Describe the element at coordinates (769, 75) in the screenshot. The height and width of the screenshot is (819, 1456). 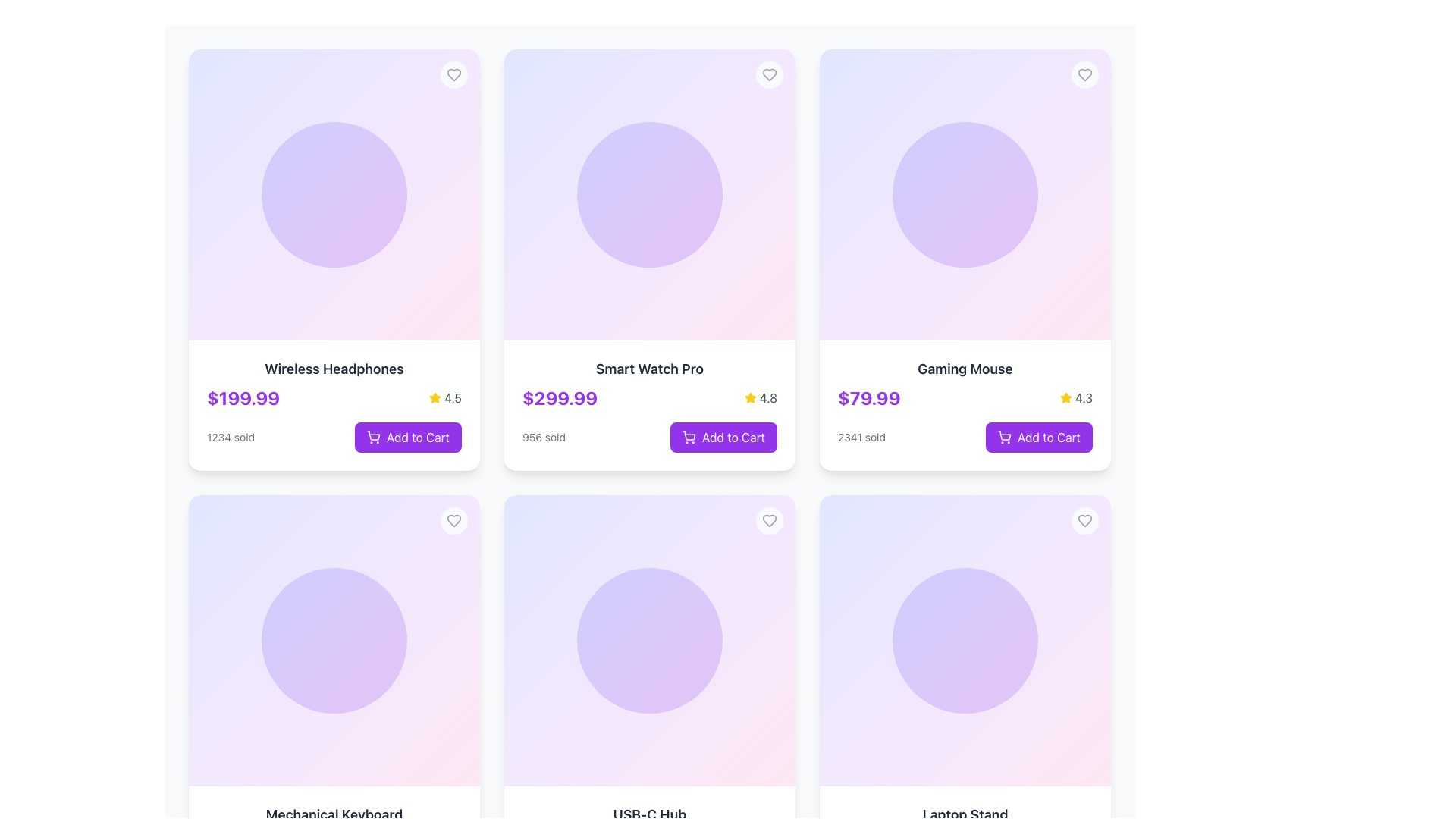
I see `the heart-shaped icon inside the circular button in the upper-right corner of the 'Smart Watch Pro' product card to mark the item as favorite` at that location.